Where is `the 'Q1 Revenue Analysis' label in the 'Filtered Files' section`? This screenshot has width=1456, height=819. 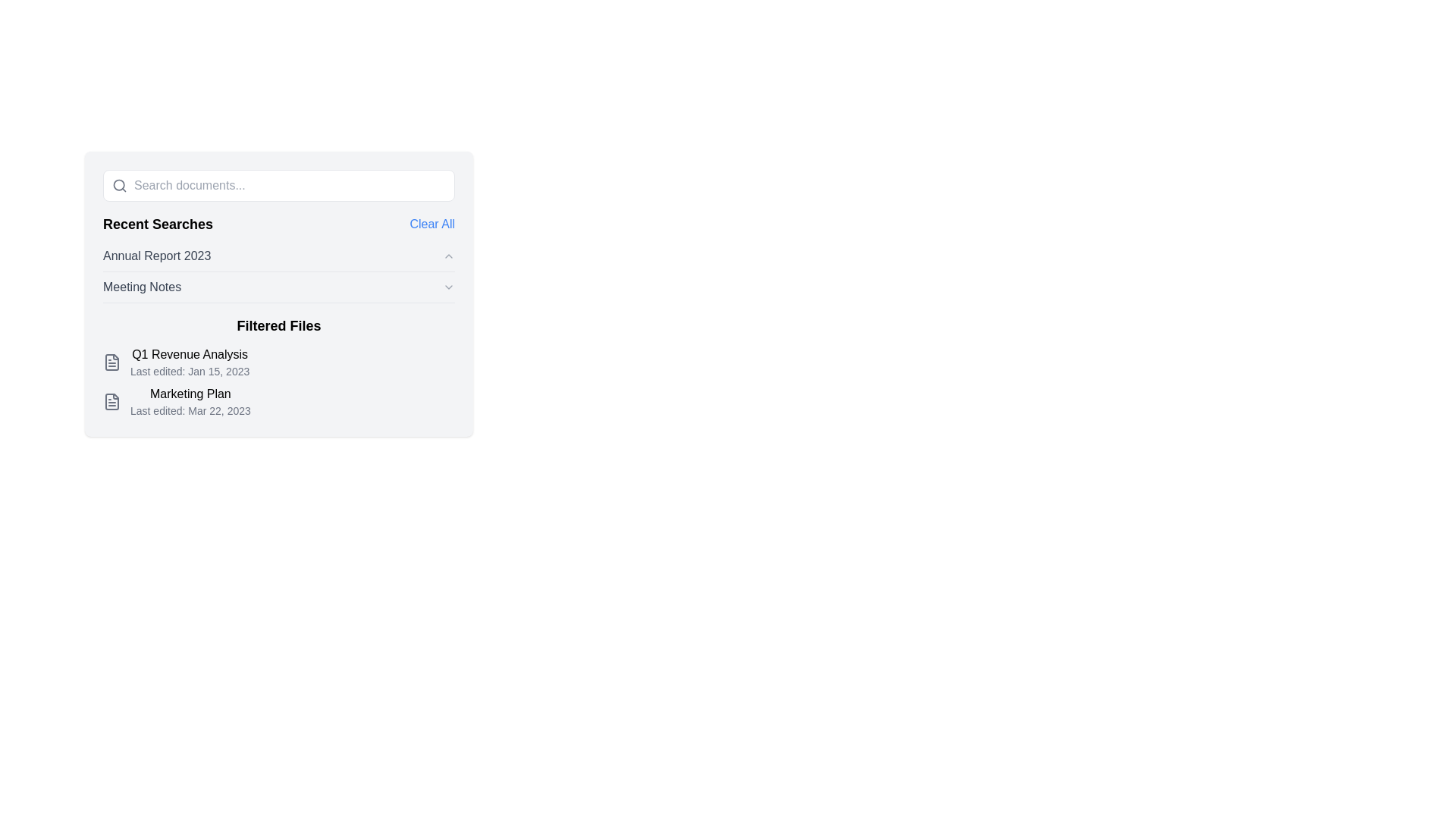
the 'Q1 Revenue Analysis' label in the 'Filtered Files' section is located at coordinates (189, 354).